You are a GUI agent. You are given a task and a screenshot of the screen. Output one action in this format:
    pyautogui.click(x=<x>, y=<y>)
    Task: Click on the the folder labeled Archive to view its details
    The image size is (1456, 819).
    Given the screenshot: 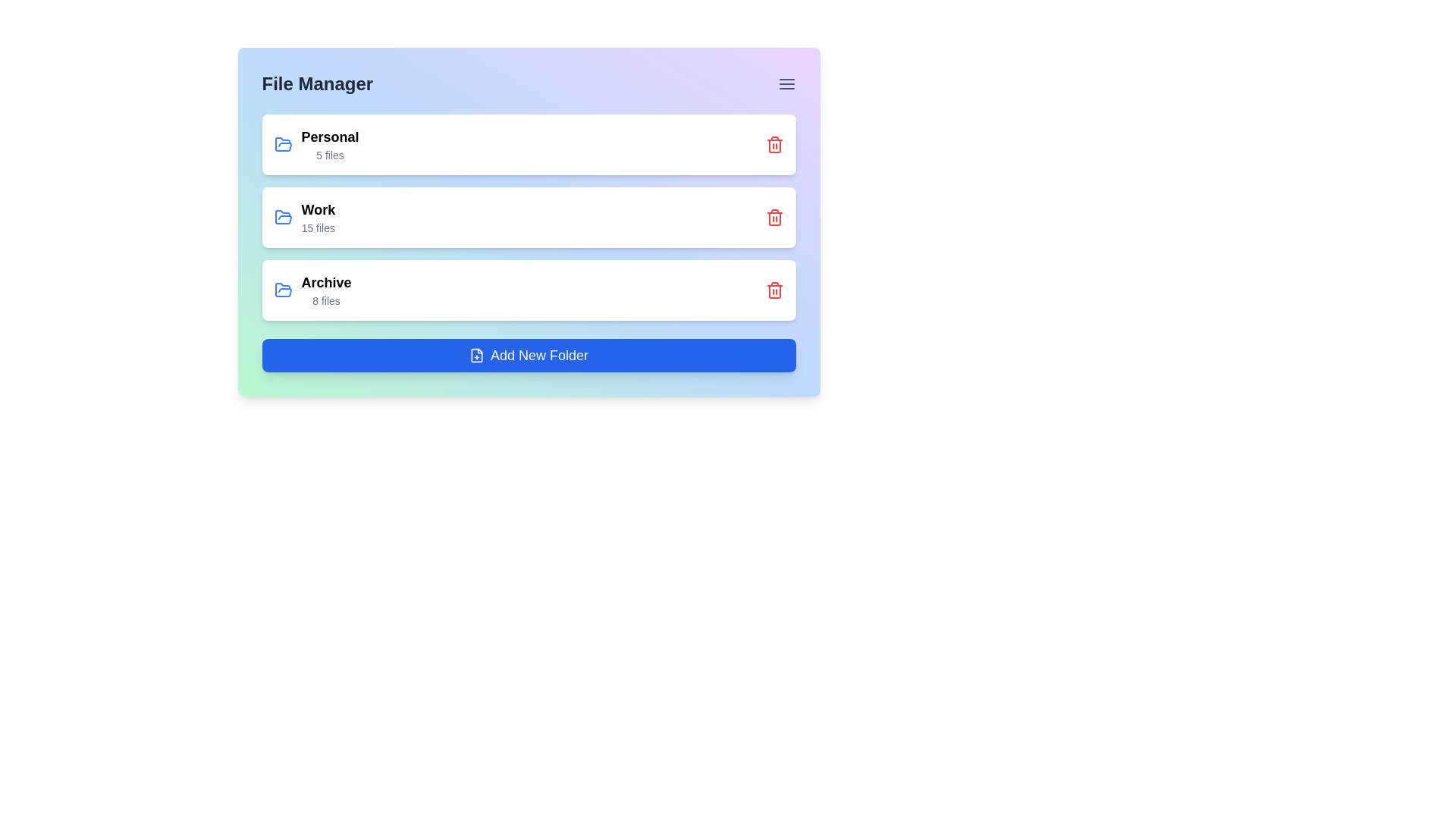 What is the action you would take?
    pyautogui.click(x=312, y=290)
    